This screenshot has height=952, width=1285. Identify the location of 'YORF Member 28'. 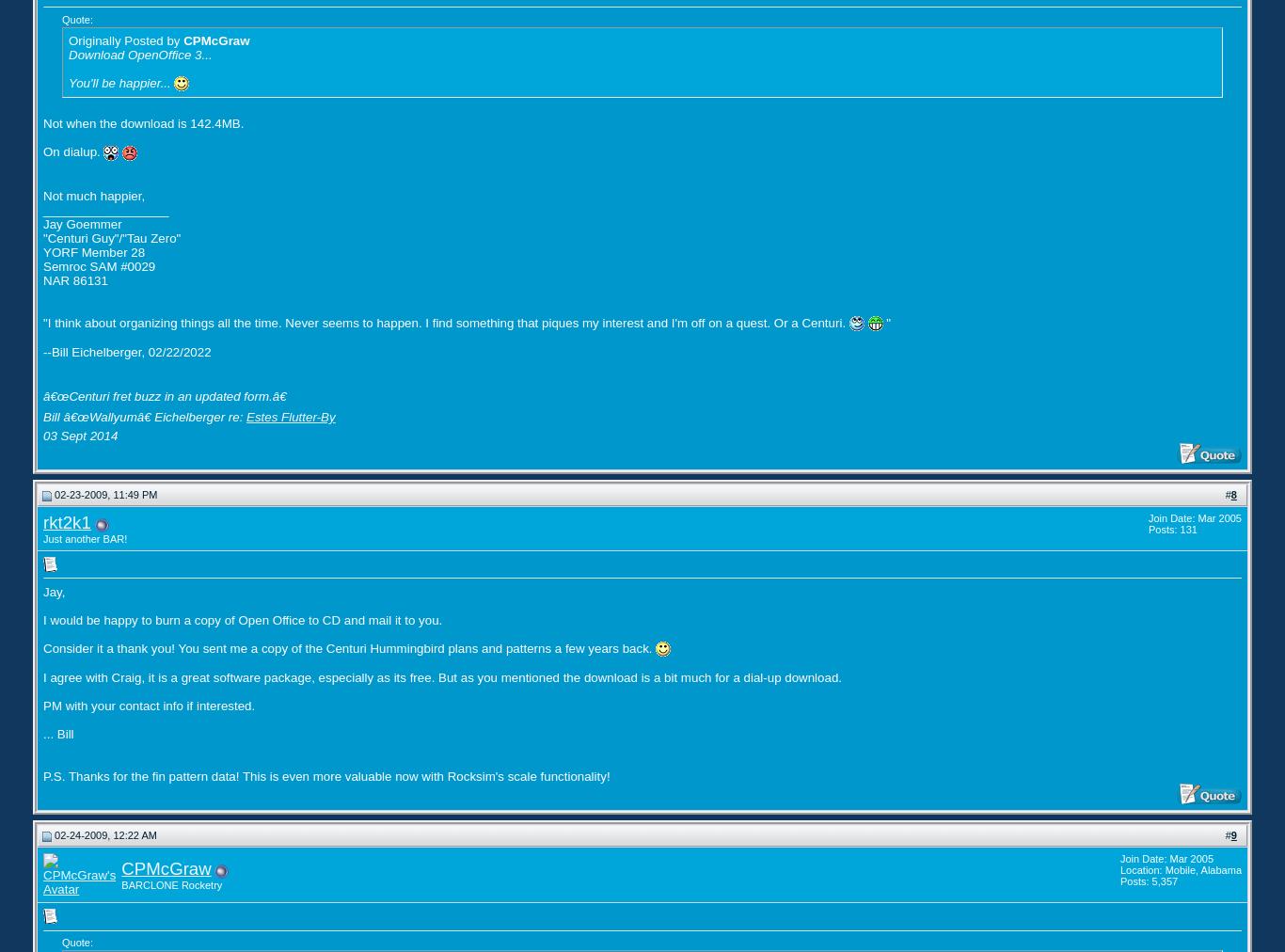
(93, 250).